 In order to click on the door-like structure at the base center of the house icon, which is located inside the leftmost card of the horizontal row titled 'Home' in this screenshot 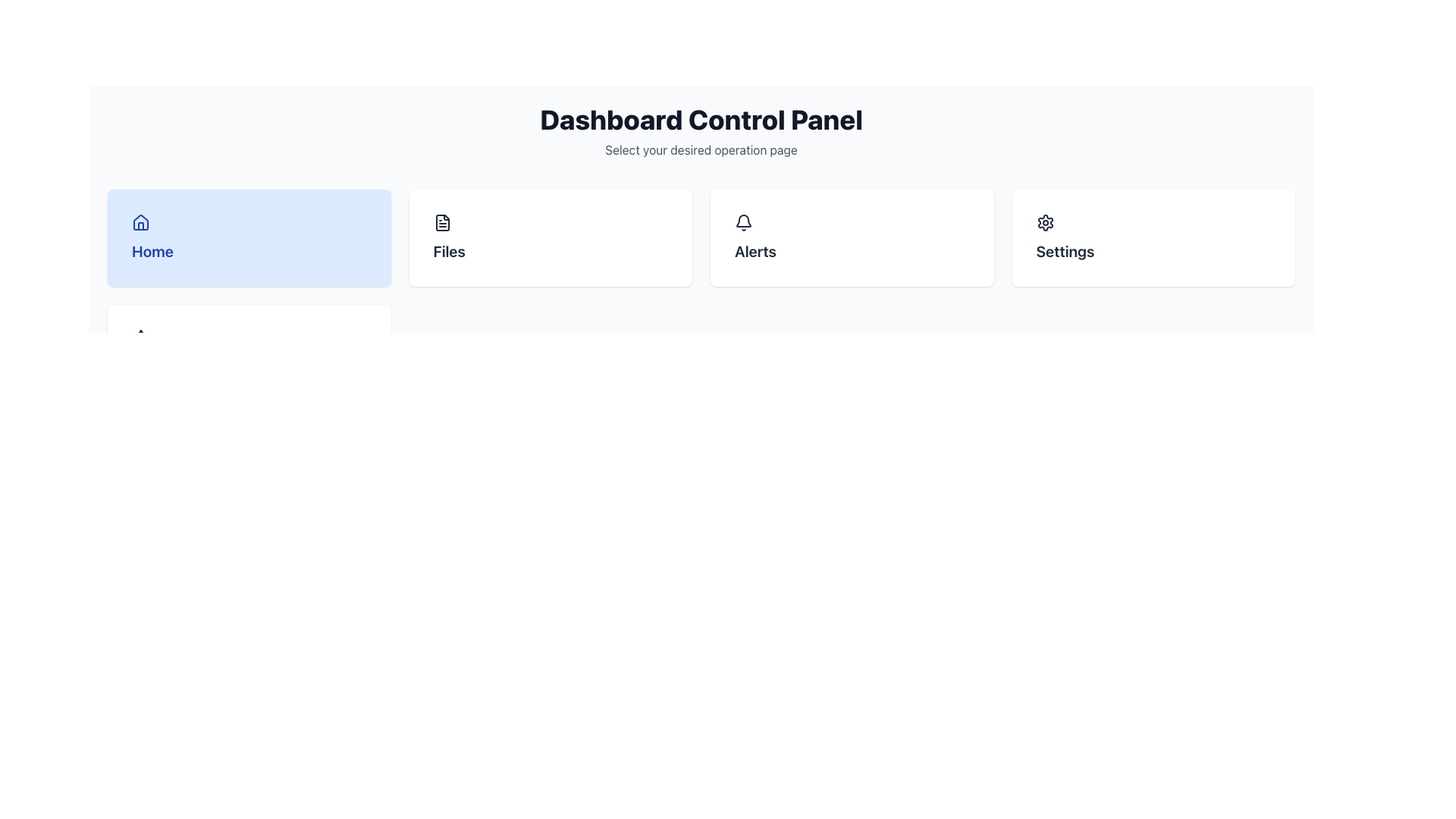, I will do `click(141, 225)`.